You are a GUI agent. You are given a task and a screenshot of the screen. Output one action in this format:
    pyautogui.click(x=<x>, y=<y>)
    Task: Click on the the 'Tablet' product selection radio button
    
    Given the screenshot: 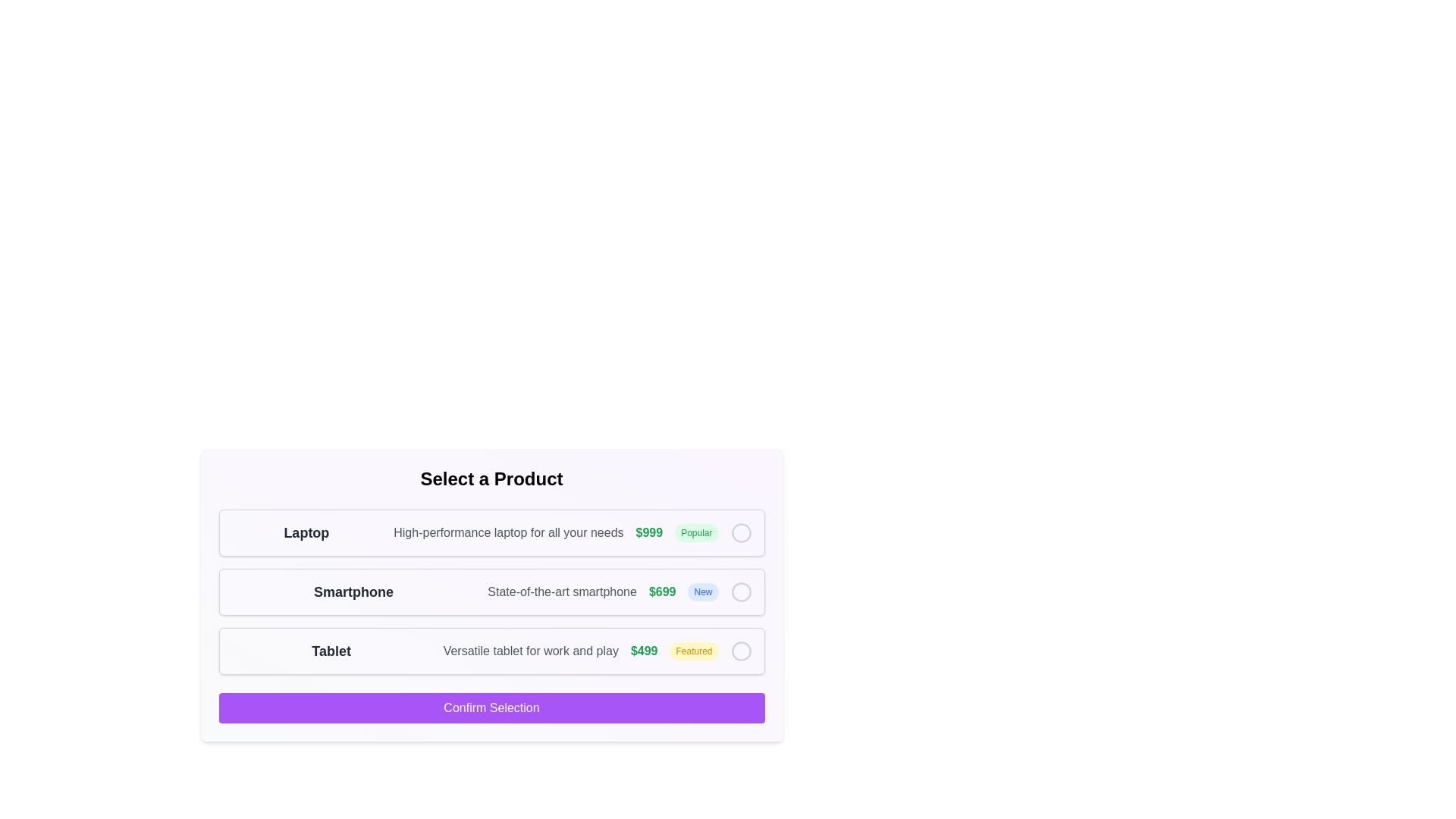 What is the action you would take?
    pyautogui.click(x=741, y=651)
    